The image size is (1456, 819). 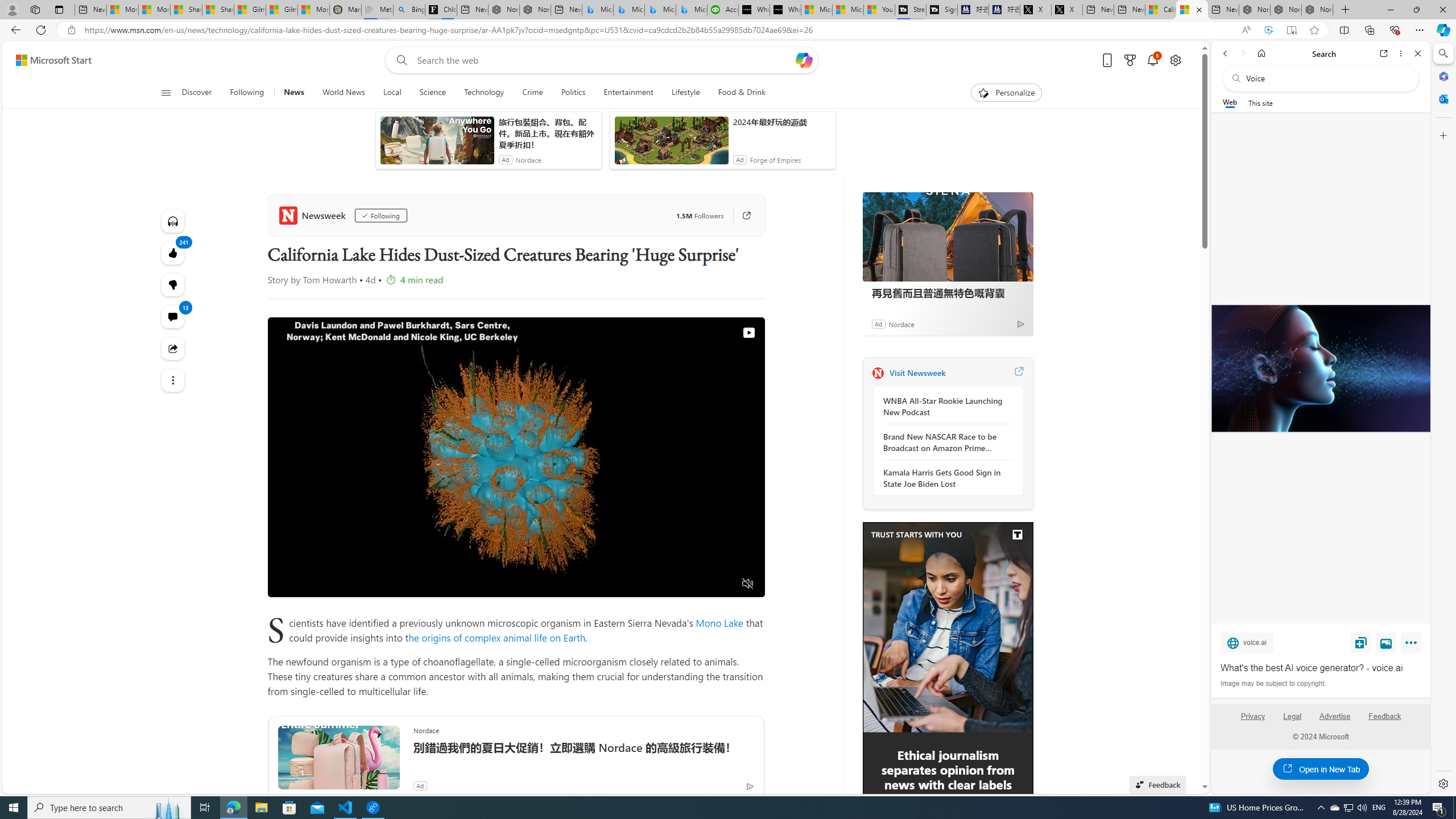 I want to click on 'Nordace - #1 Japanese Best-Seller - Siena Smart Backpack', so click(x=535, y=9).